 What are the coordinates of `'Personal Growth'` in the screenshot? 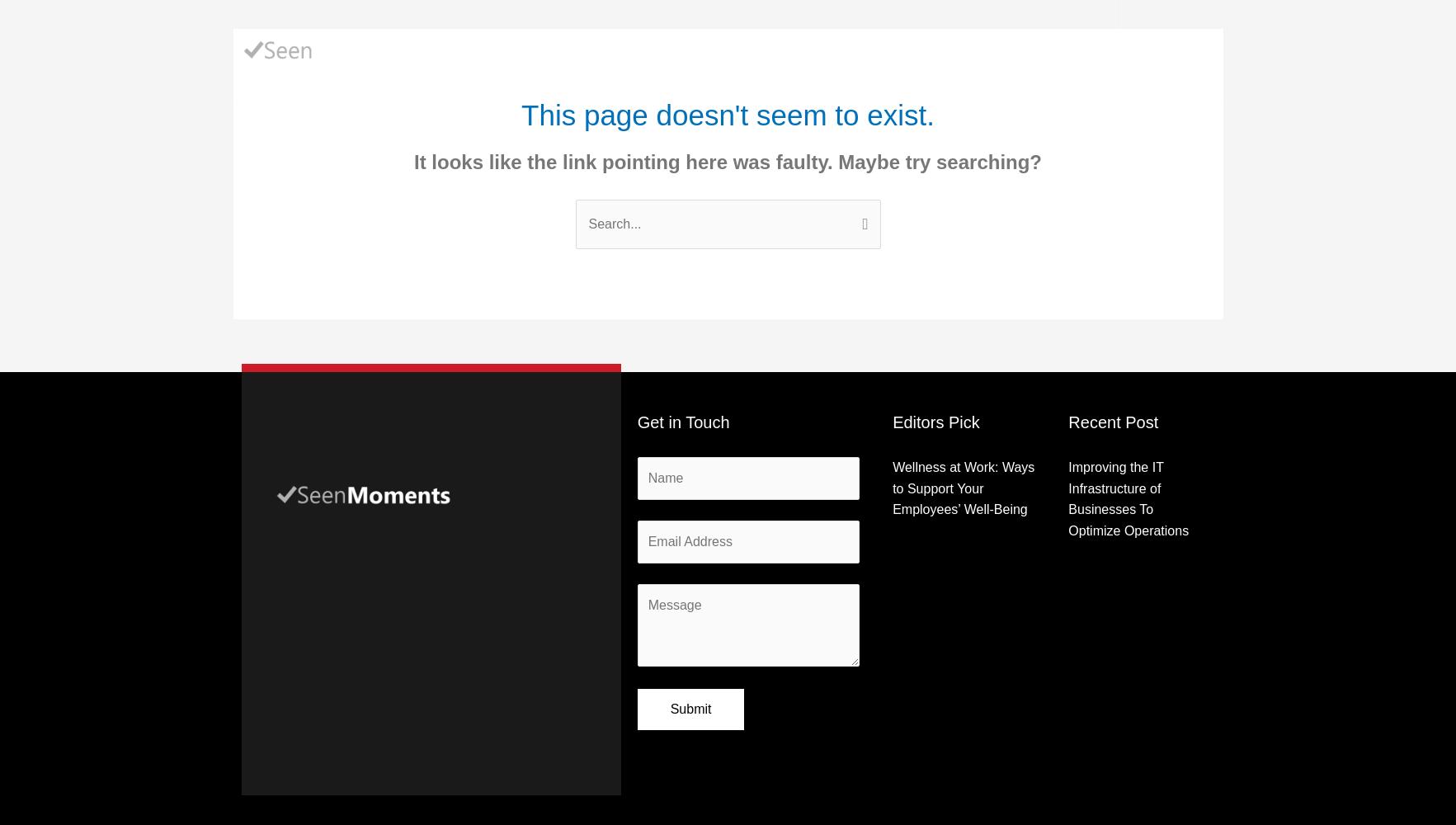 It's located at (915, 49).